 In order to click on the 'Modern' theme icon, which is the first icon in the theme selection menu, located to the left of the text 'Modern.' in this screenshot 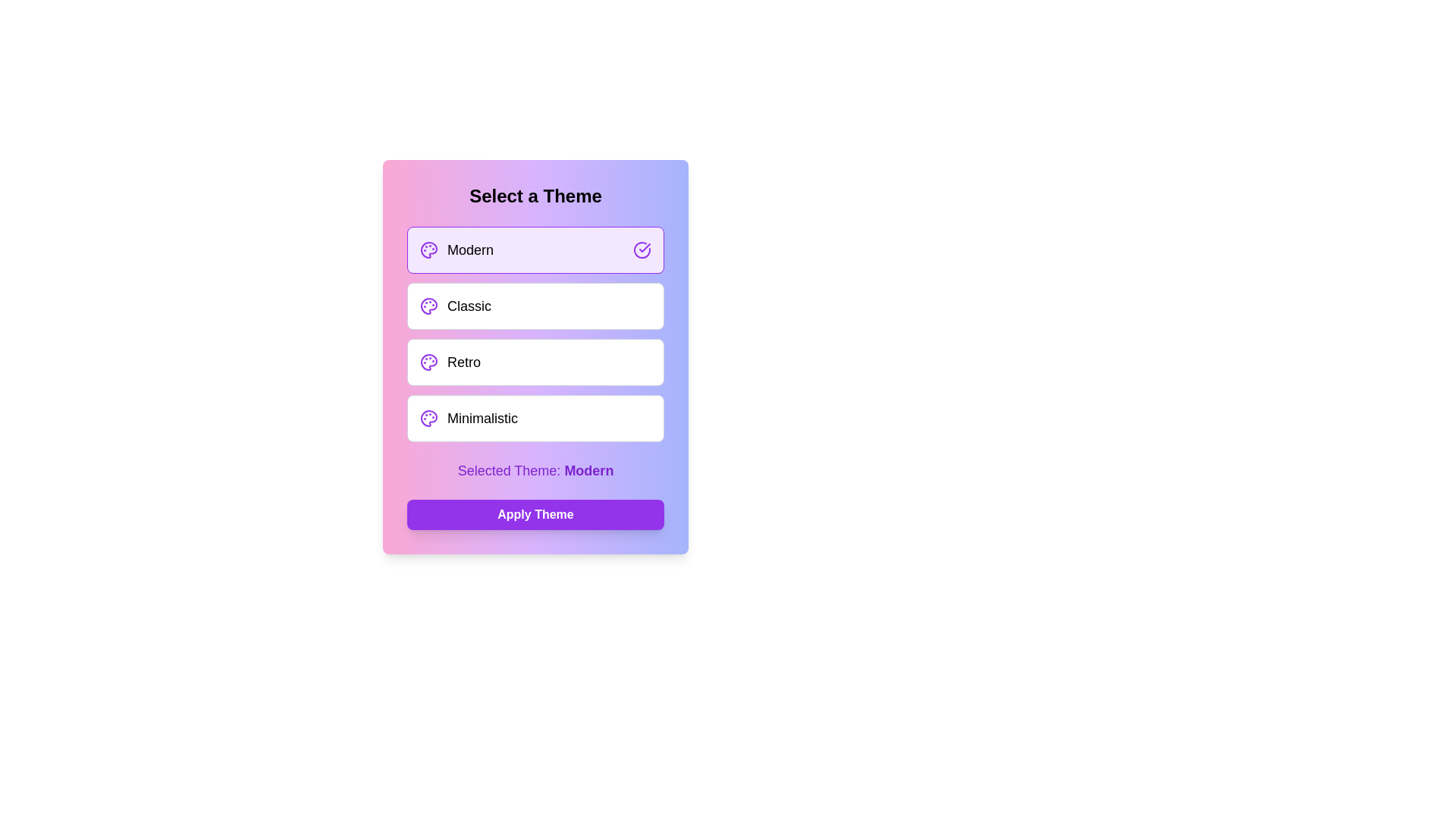, I will do `click(428, 249)`.